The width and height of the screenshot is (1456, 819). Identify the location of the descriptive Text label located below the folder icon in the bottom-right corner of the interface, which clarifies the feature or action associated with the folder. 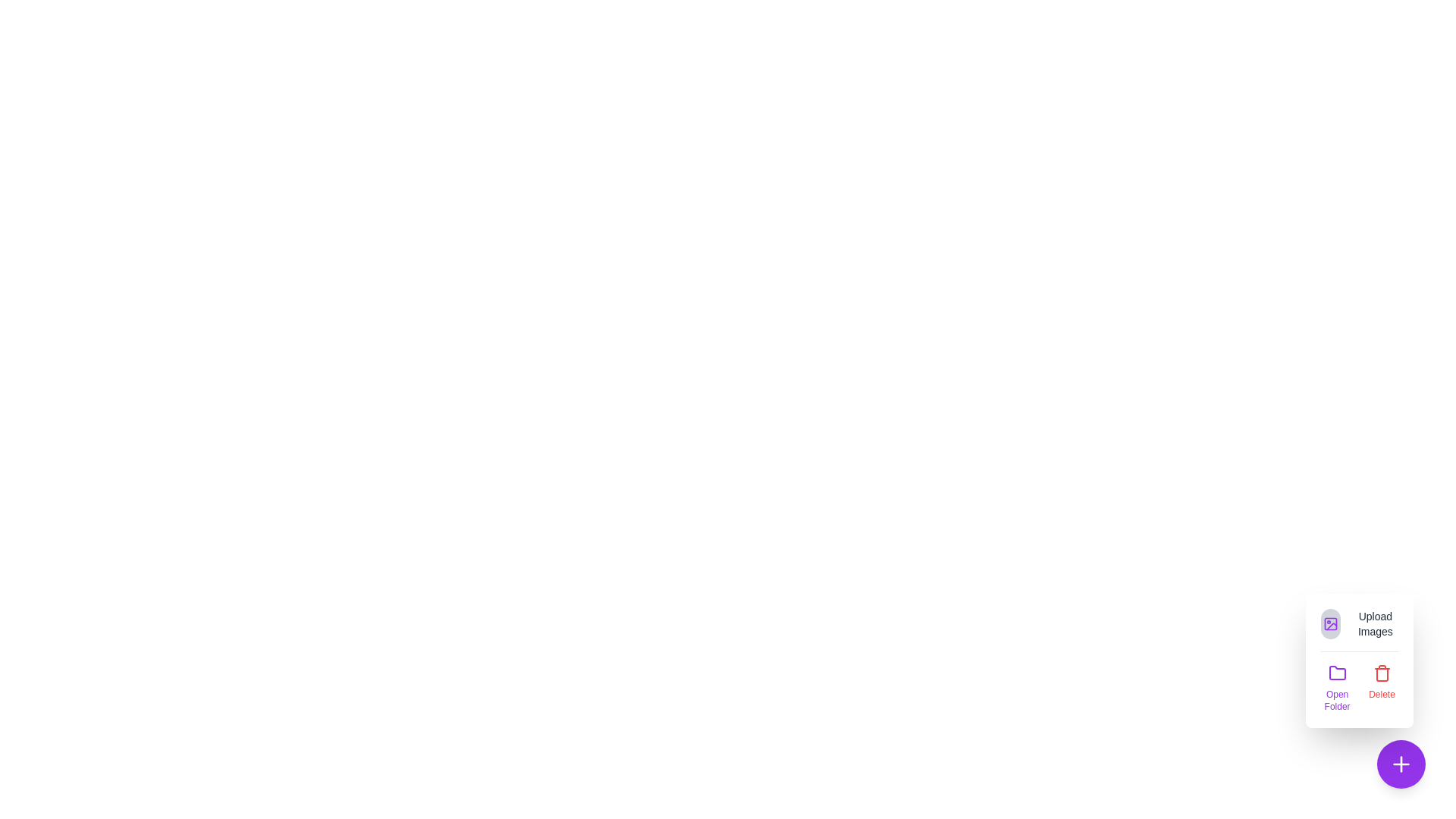
(1337, 701).